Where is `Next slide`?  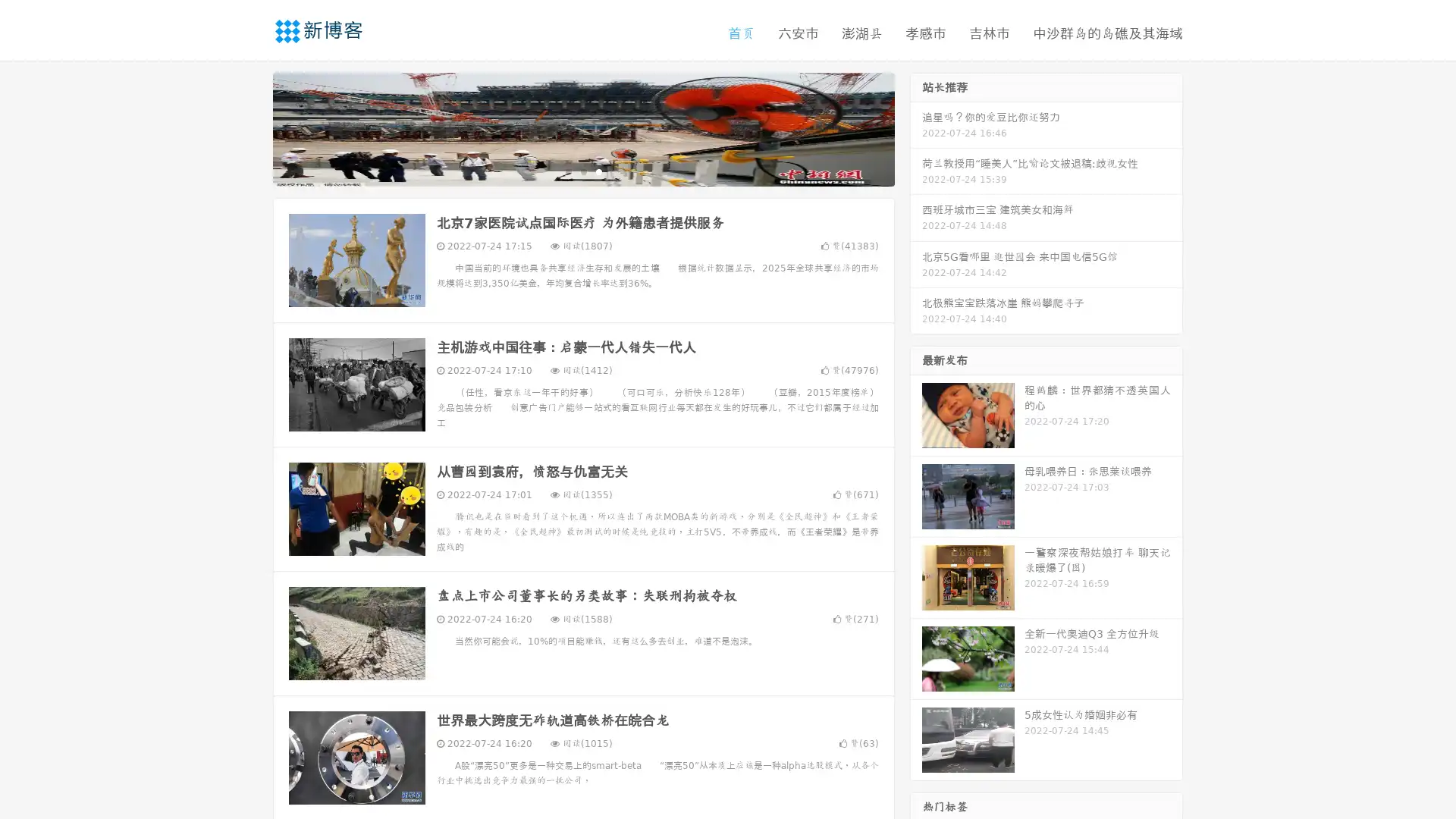 Next slide is located at coordinates (916, 127).